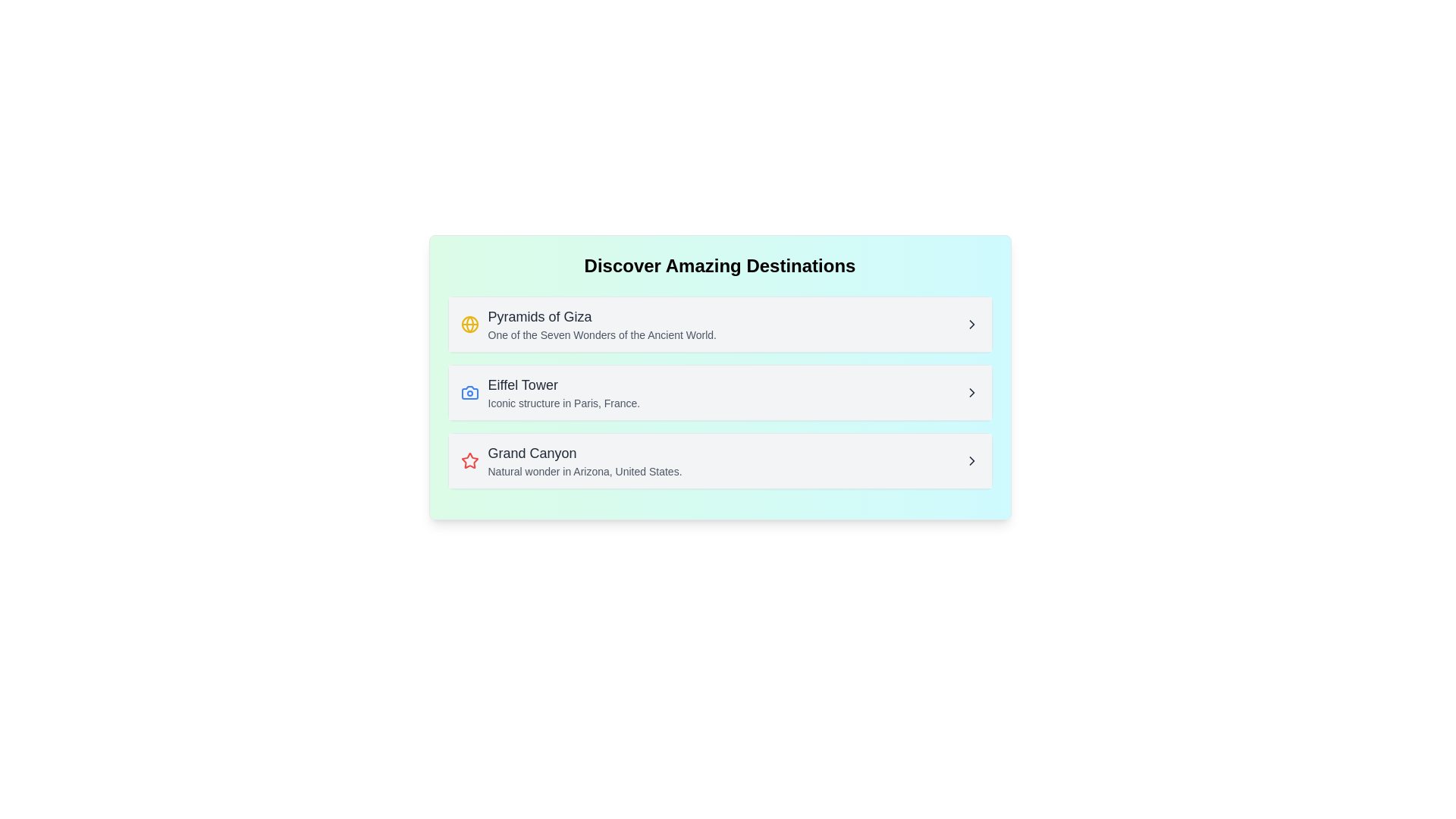 The height and width of the screenshot is (819, 1456). I want to click on the text content element for 'Eiffel Tower' to navigate to its details by clicking on it, so click(563, 391).